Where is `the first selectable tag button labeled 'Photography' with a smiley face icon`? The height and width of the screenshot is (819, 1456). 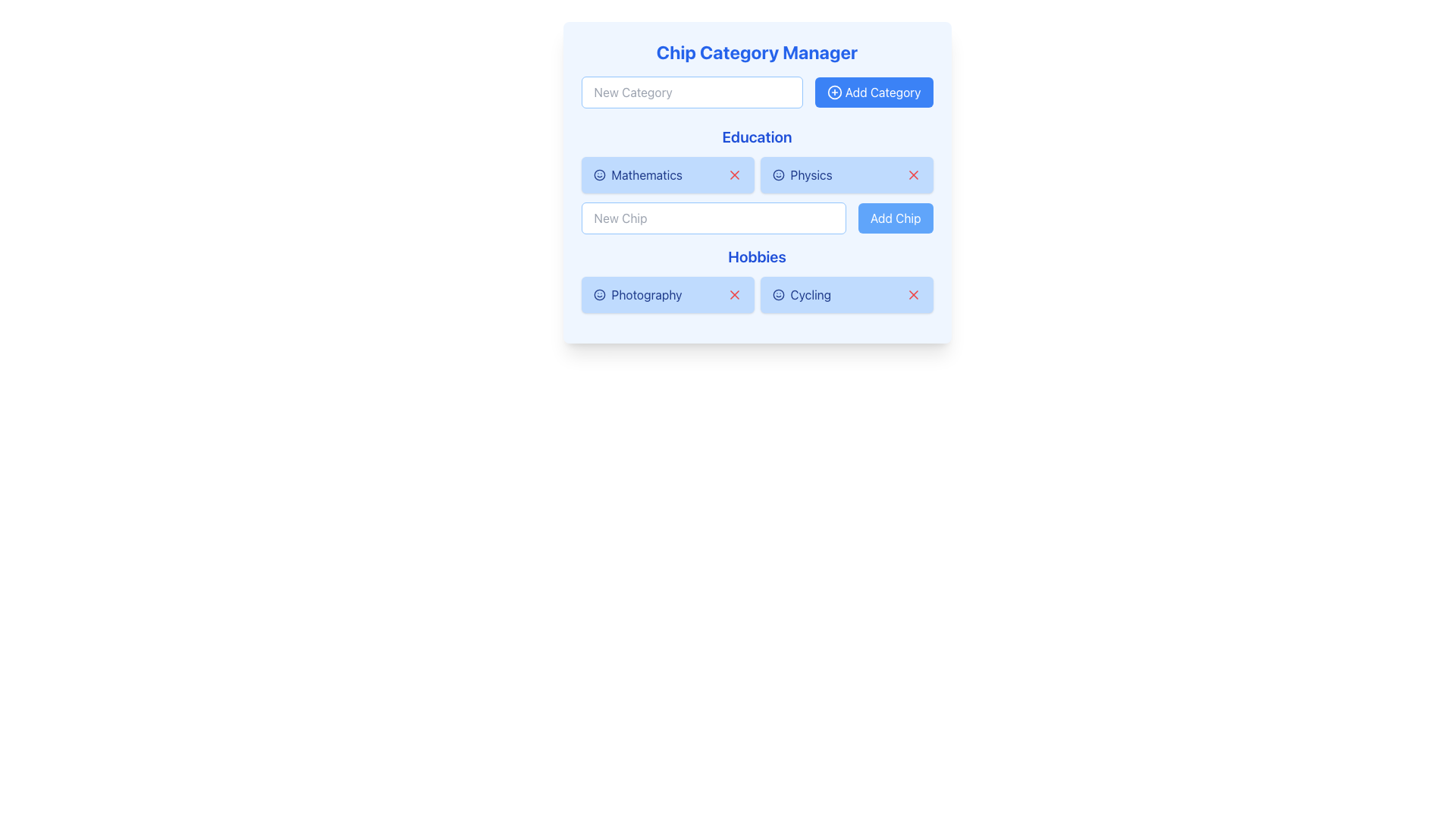 the first selectable tag button labeled 'Photography' with a smiley face icon is located at coordinates (667, 295).